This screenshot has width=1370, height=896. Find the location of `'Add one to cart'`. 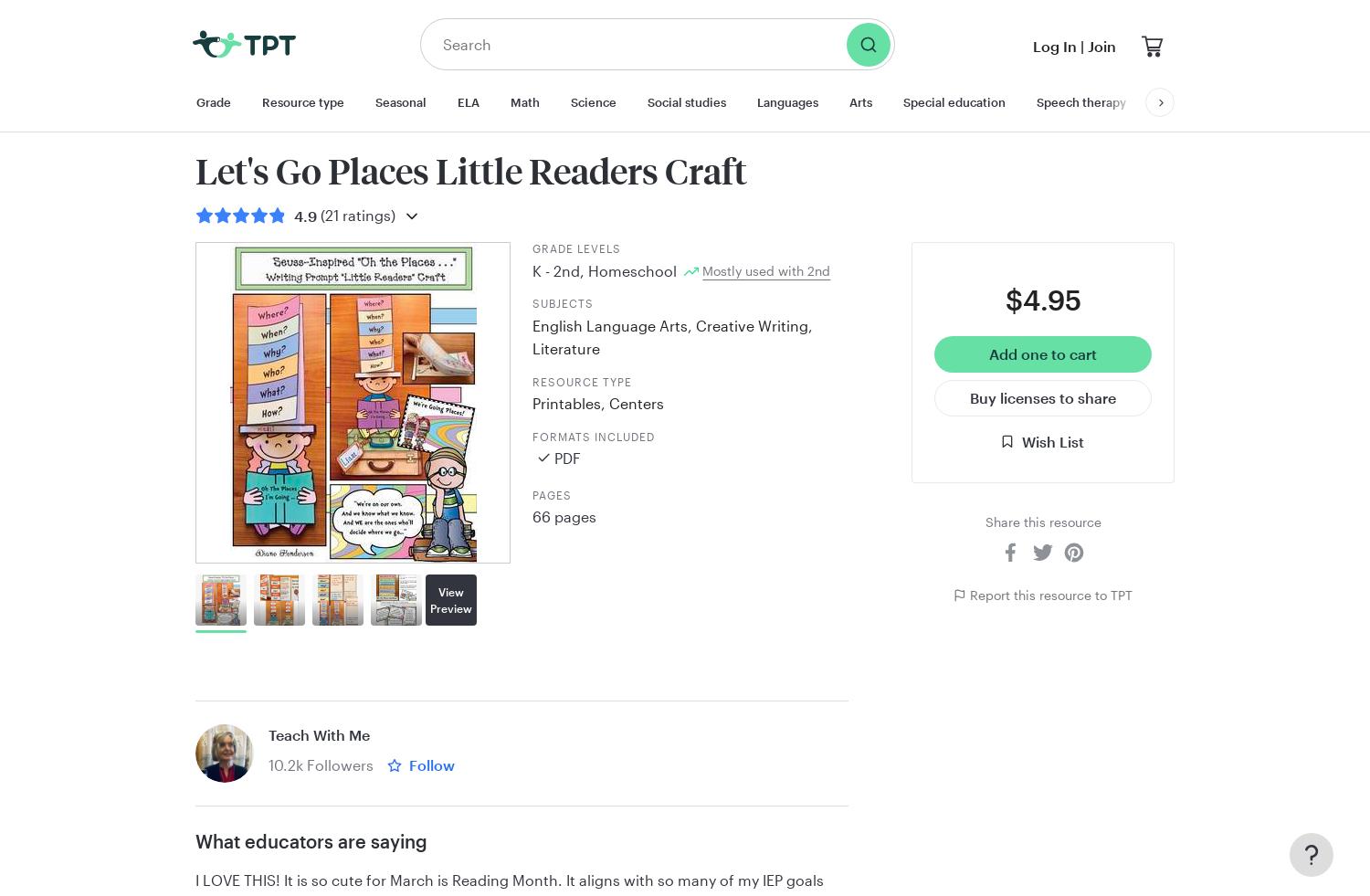

'Add one to cart' is located at coordinates (1042, 353).